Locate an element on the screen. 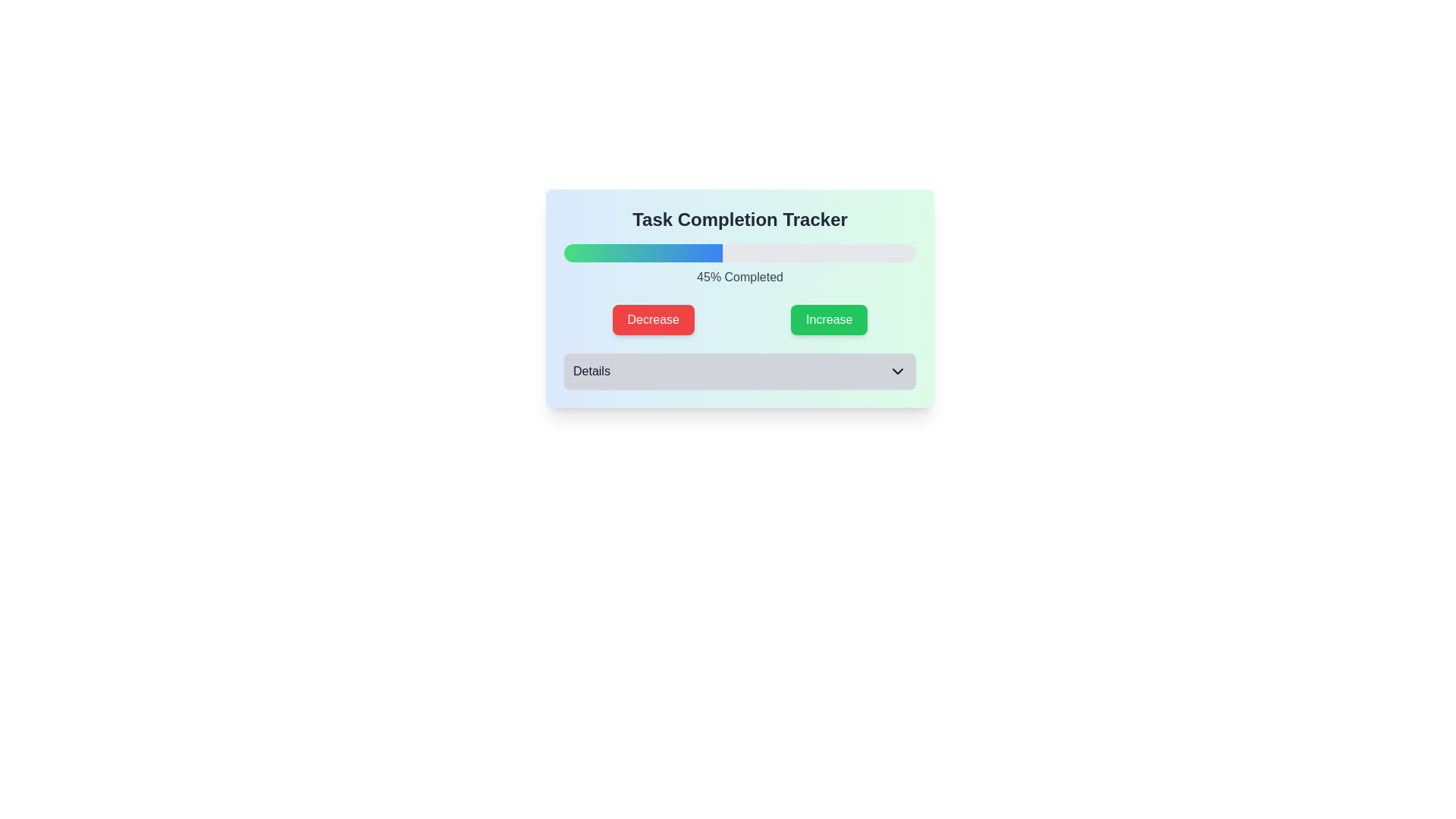  the chevron icon button located at the far right of the 'Details' bar is located at coordinates (898, 371).